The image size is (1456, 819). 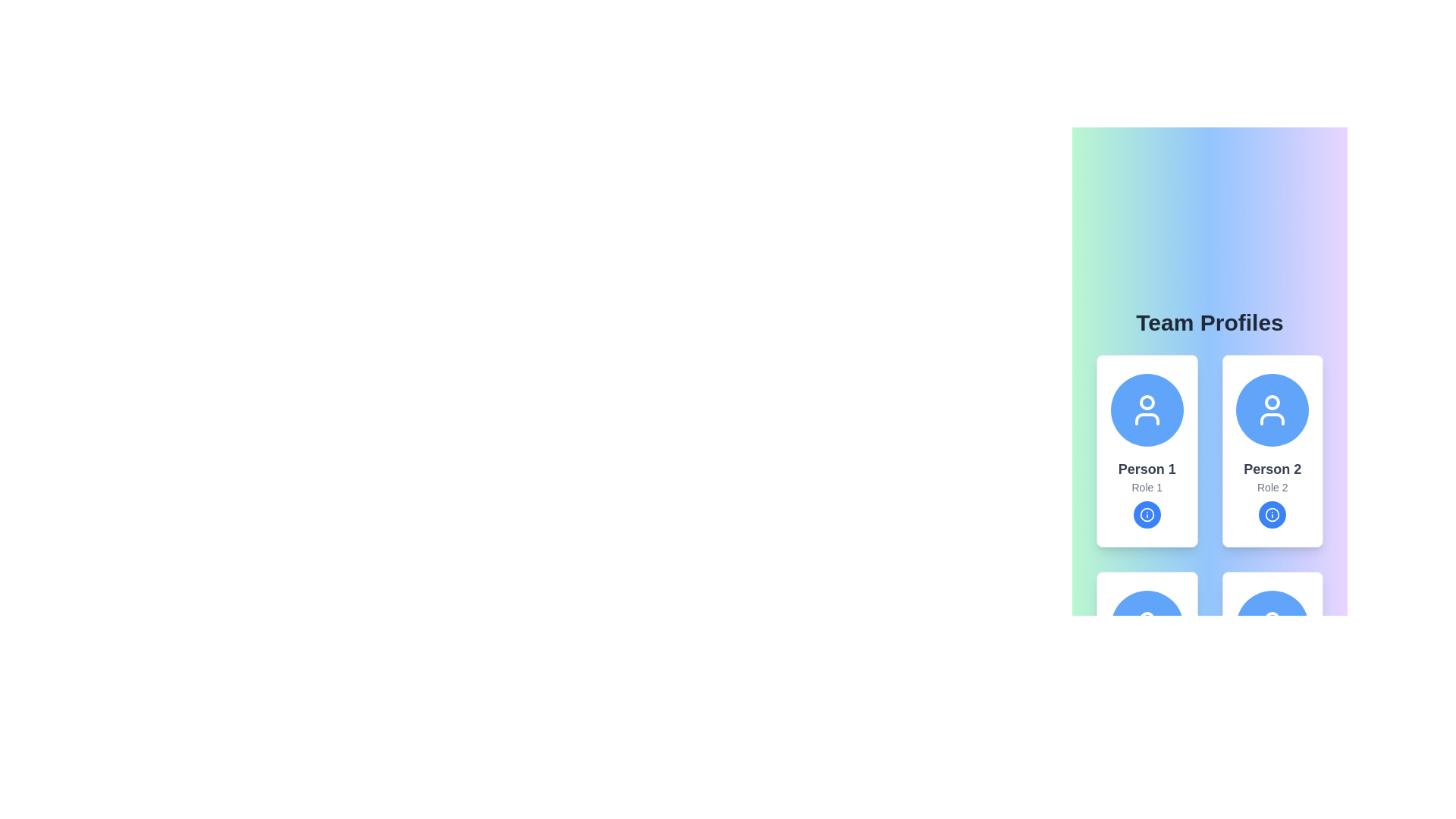 What do you see at coordinates (1147, 488) in the screenshot?
I see `role information displayed in the Text Label for 'Person 1' located directly beneath their name on the profile card` at bounding box center [1147, 488].